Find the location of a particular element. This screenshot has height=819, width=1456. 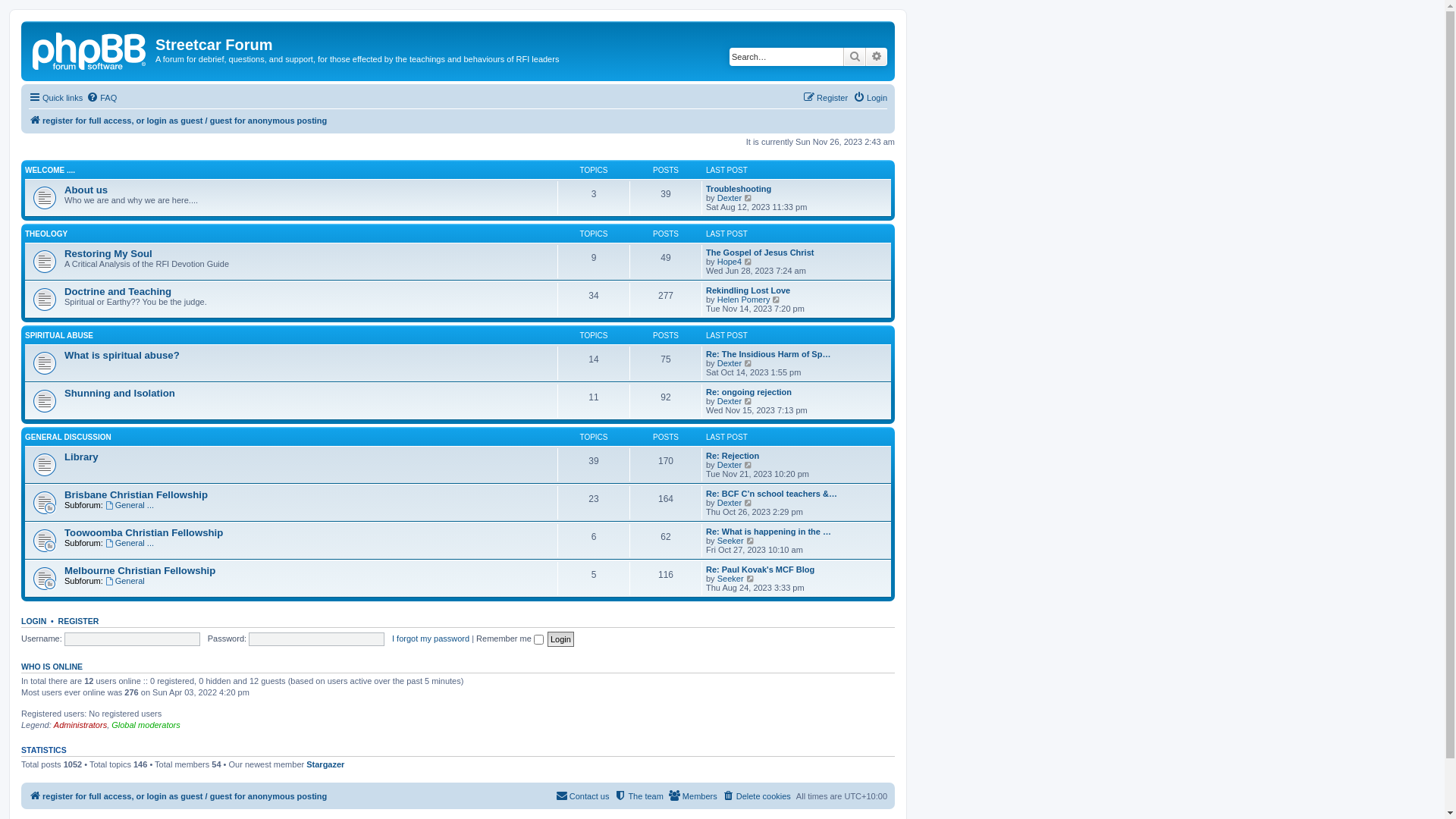

'LOGIN' is located at coordinates (33, 620).